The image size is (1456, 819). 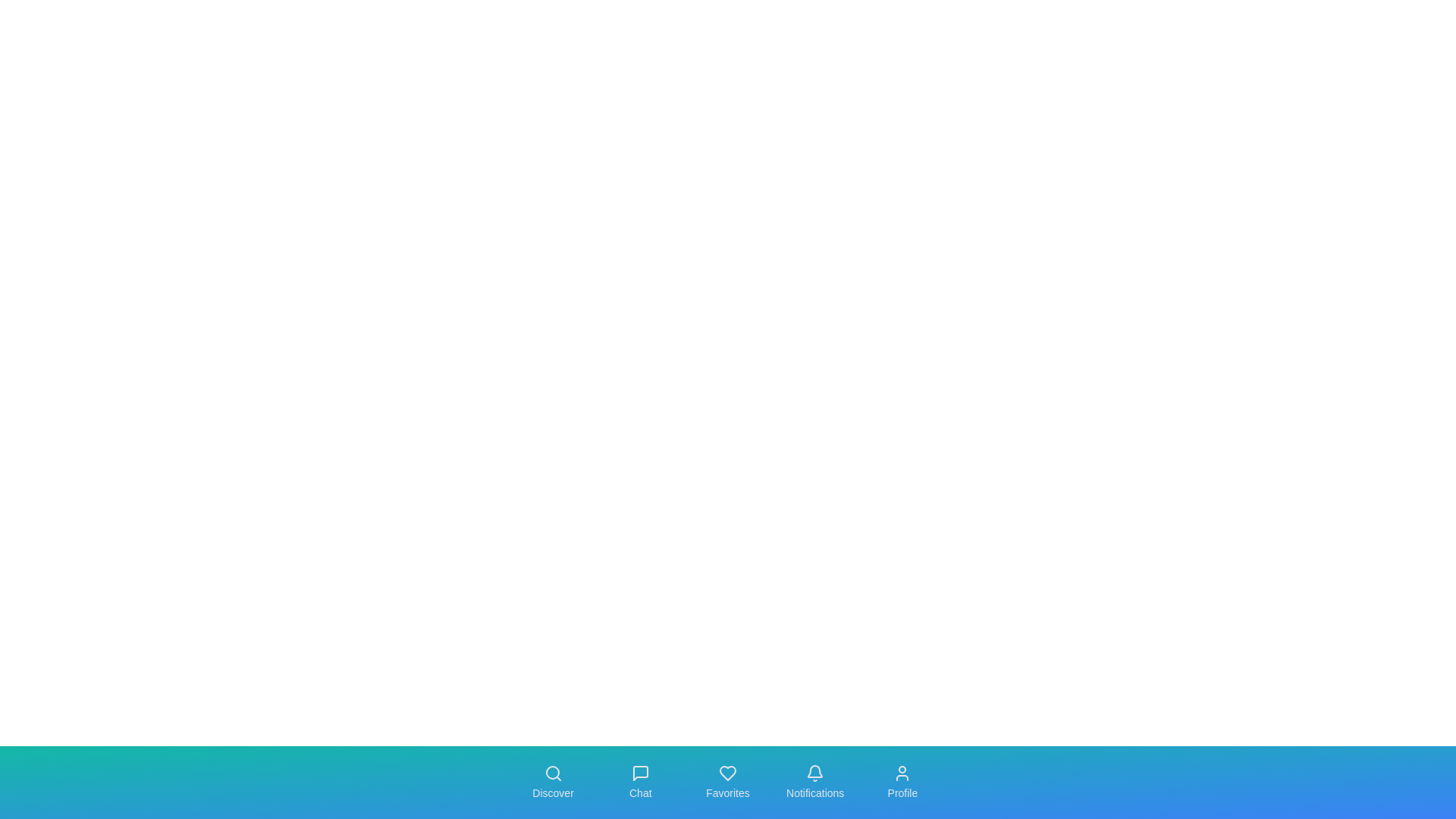 What do you see at coordinates (902, 783) in the screenshot?
I see `the navigation tab labeled Profile` at bounding box center [902, 783].